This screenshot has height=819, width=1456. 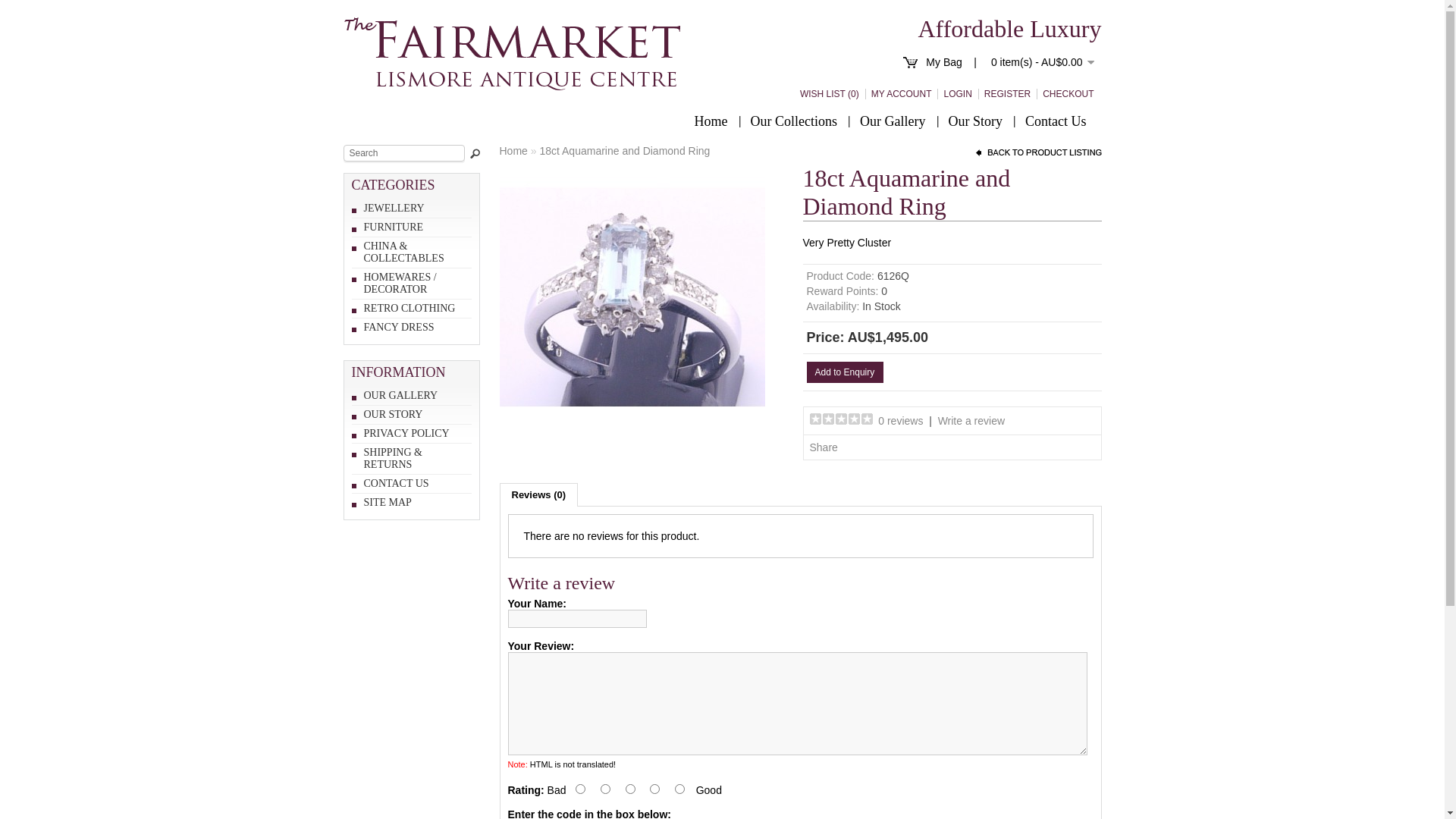 I want to click on '18ct Aquamarine and Diamond Ring', so click(x=624, y=151).